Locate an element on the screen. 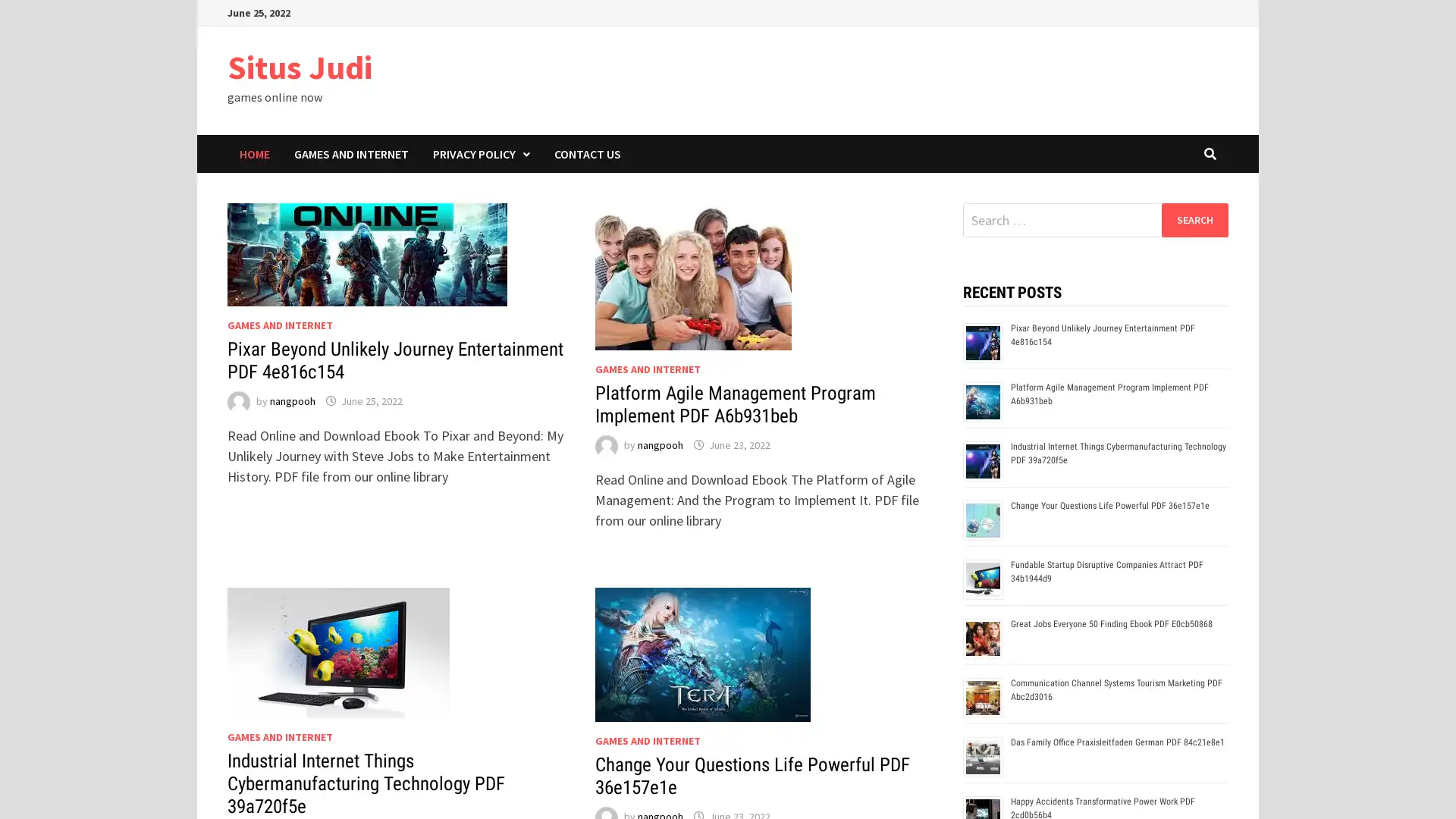 Image resolution: width=1456 pixels, height=819 pixels. Search is located at coordinates (1194, 219).